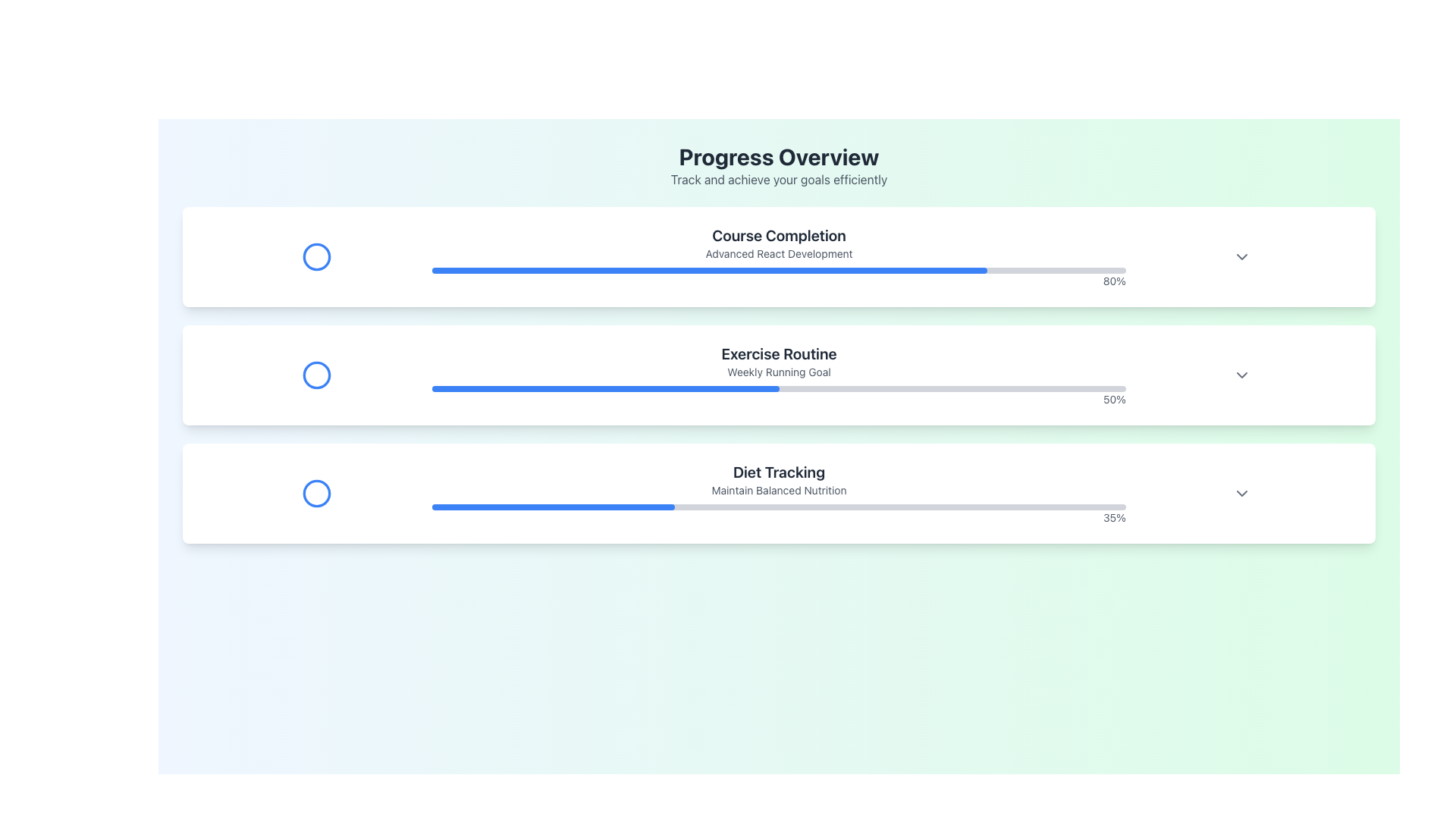 The image size is (1456, 819). Describe the element at coordinates (1241, 494) in the screenshot. I see `the right-aligned chevron-down icon` at that location.